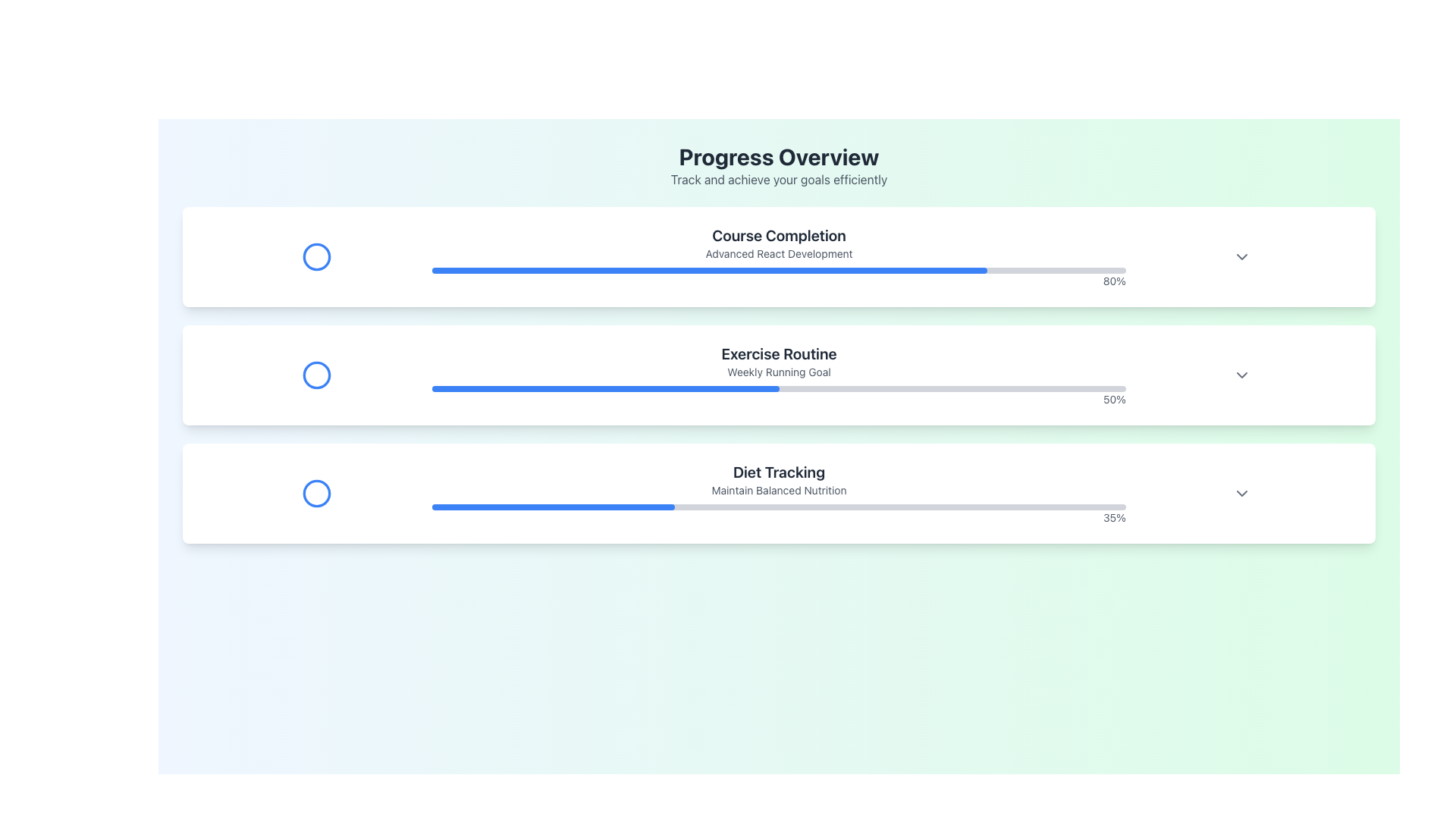 The image size is (1456, 819). Describe the element at coordinates (1241, 494) in the screenshot. I see `the right-aligned chevron-down icon` at that location.